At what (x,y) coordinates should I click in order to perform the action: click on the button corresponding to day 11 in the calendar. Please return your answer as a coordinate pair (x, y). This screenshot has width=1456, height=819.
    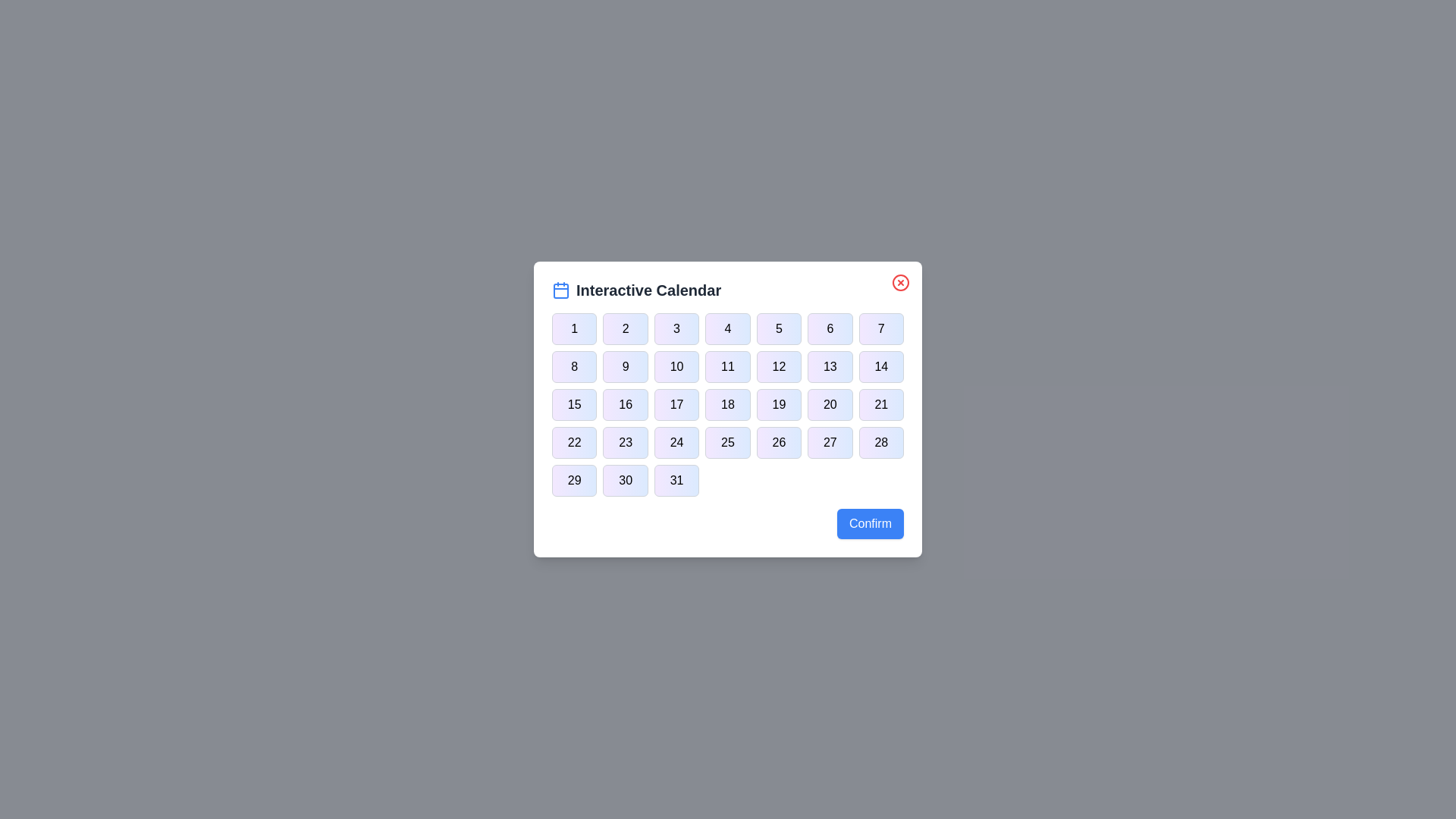
    Looking at the image, I should click on (728, 366).